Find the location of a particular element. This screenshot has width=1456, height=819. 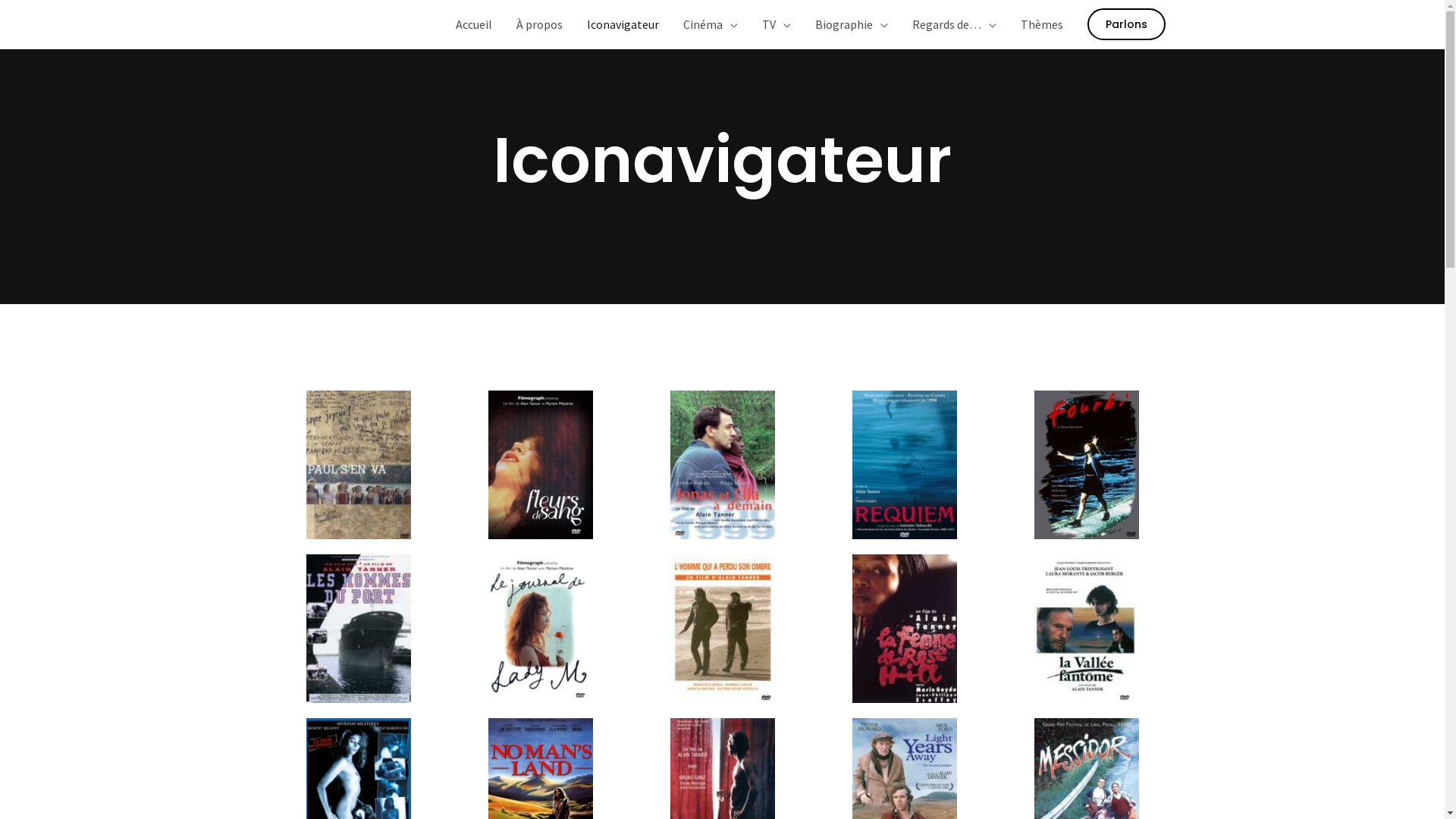

'TV' is located at coordinates (775, 24).